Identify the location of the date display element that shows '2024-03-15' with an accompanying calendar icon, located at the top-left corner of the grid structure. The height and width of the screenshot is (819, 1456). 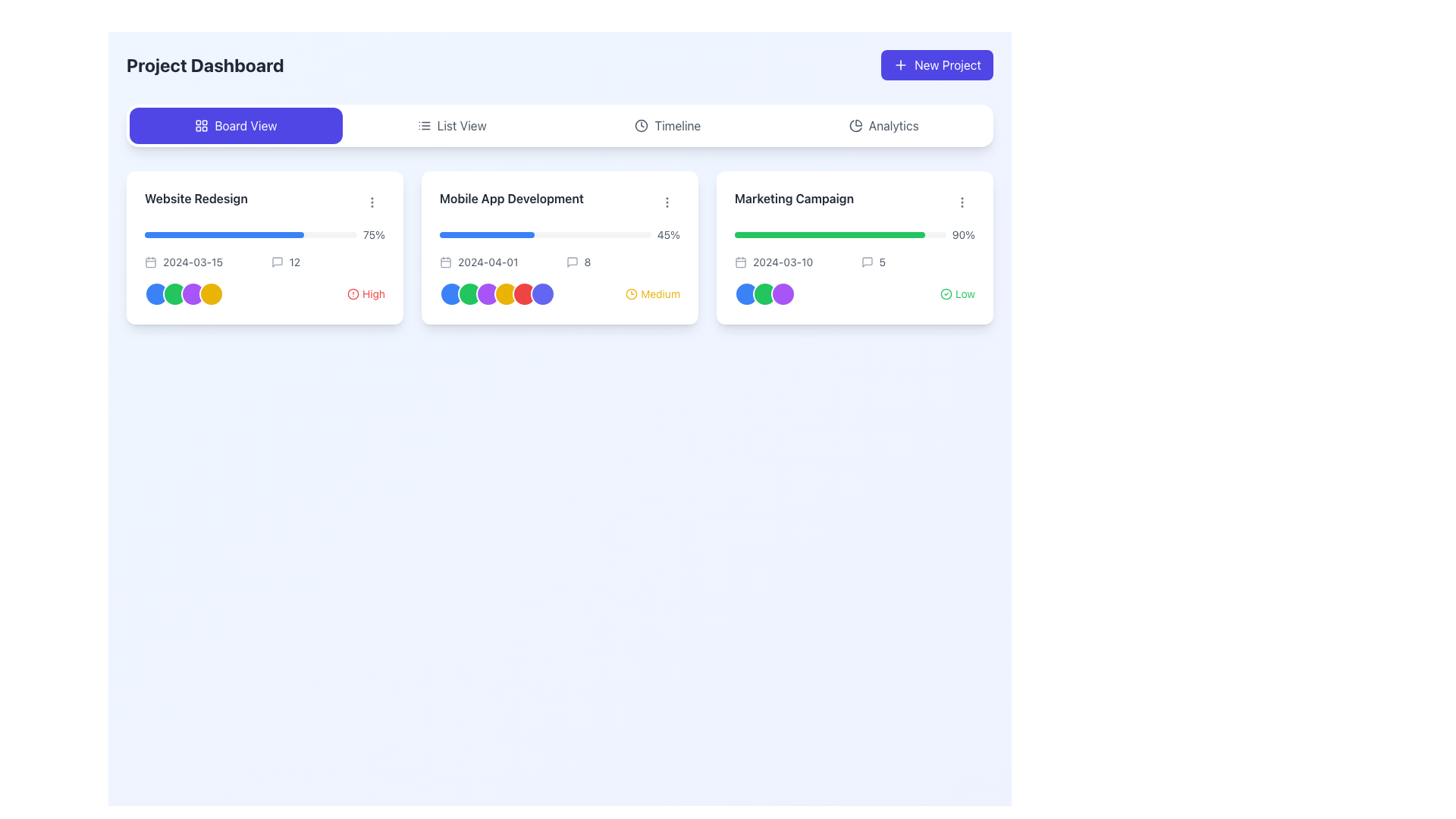
(201, 262).